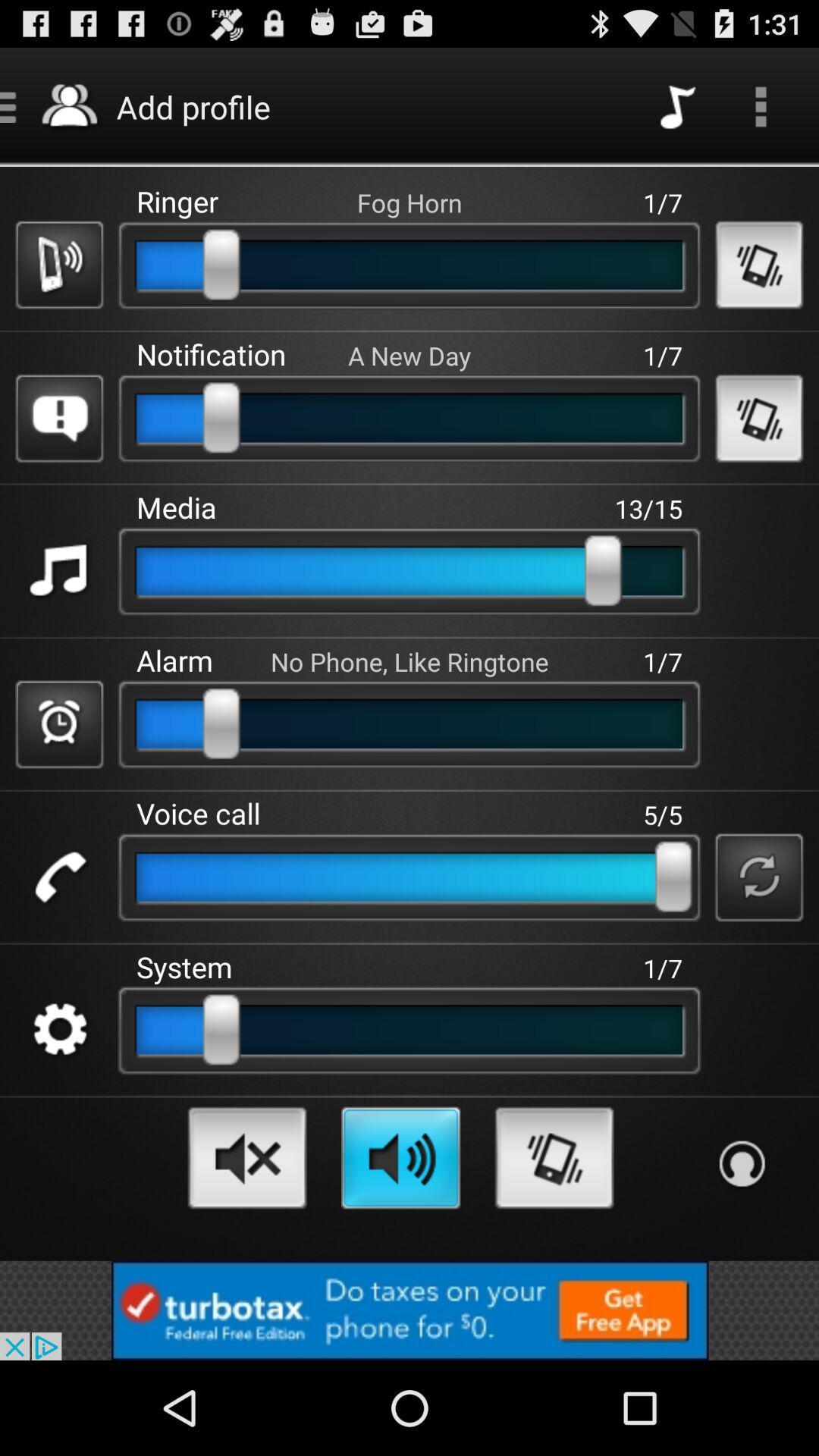  Describe the element at coordinates (246, 1156) in the screenshot. I see `sound decrease` at that location.